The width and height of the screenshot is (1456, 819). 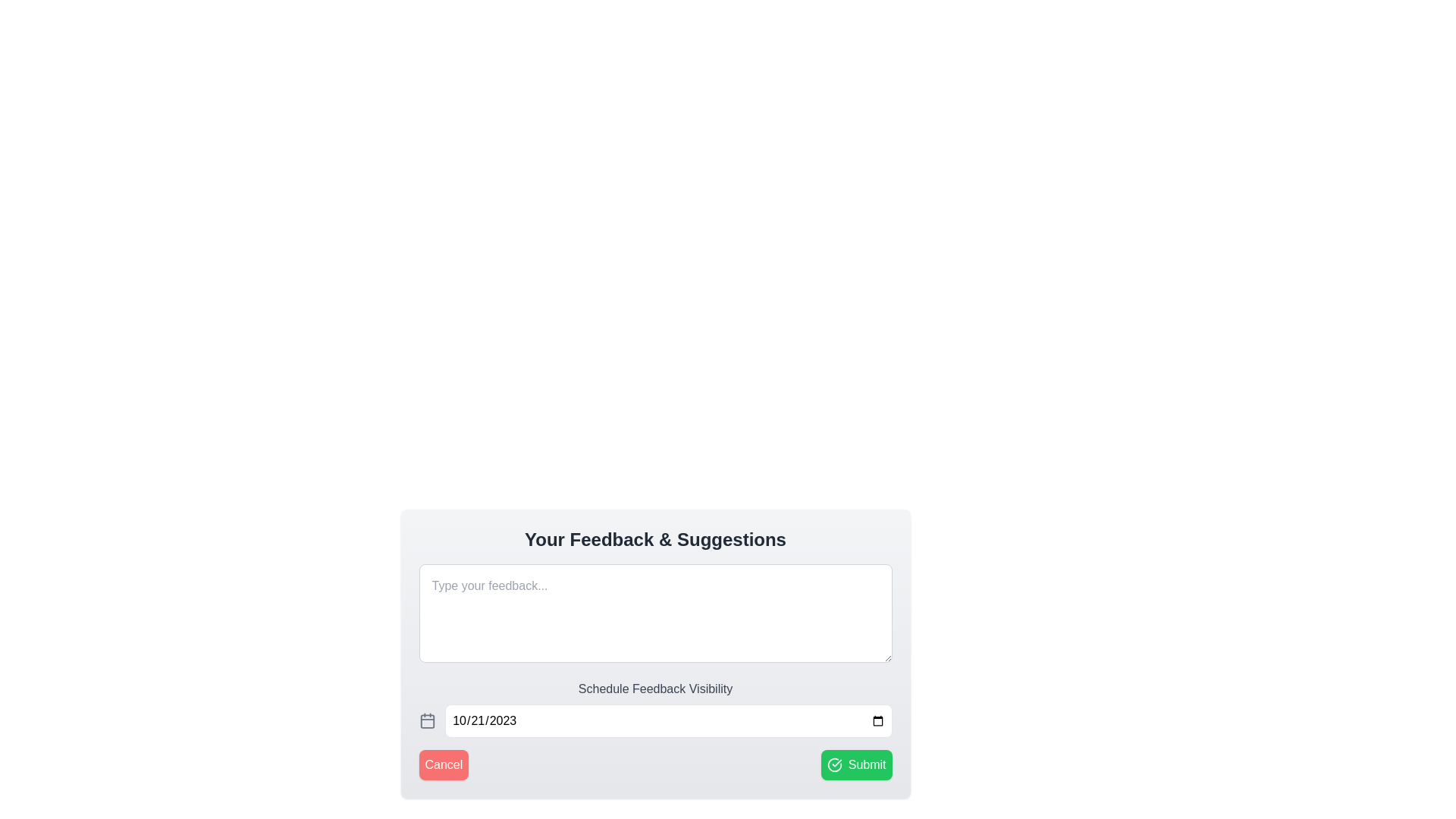 What do you see at coordinates (426, 720) in the screenshot?
I see `the rectangular shape with rounded corners within the calendar icon, located to the left of the date selection input box` at bounding box center [426, 720].